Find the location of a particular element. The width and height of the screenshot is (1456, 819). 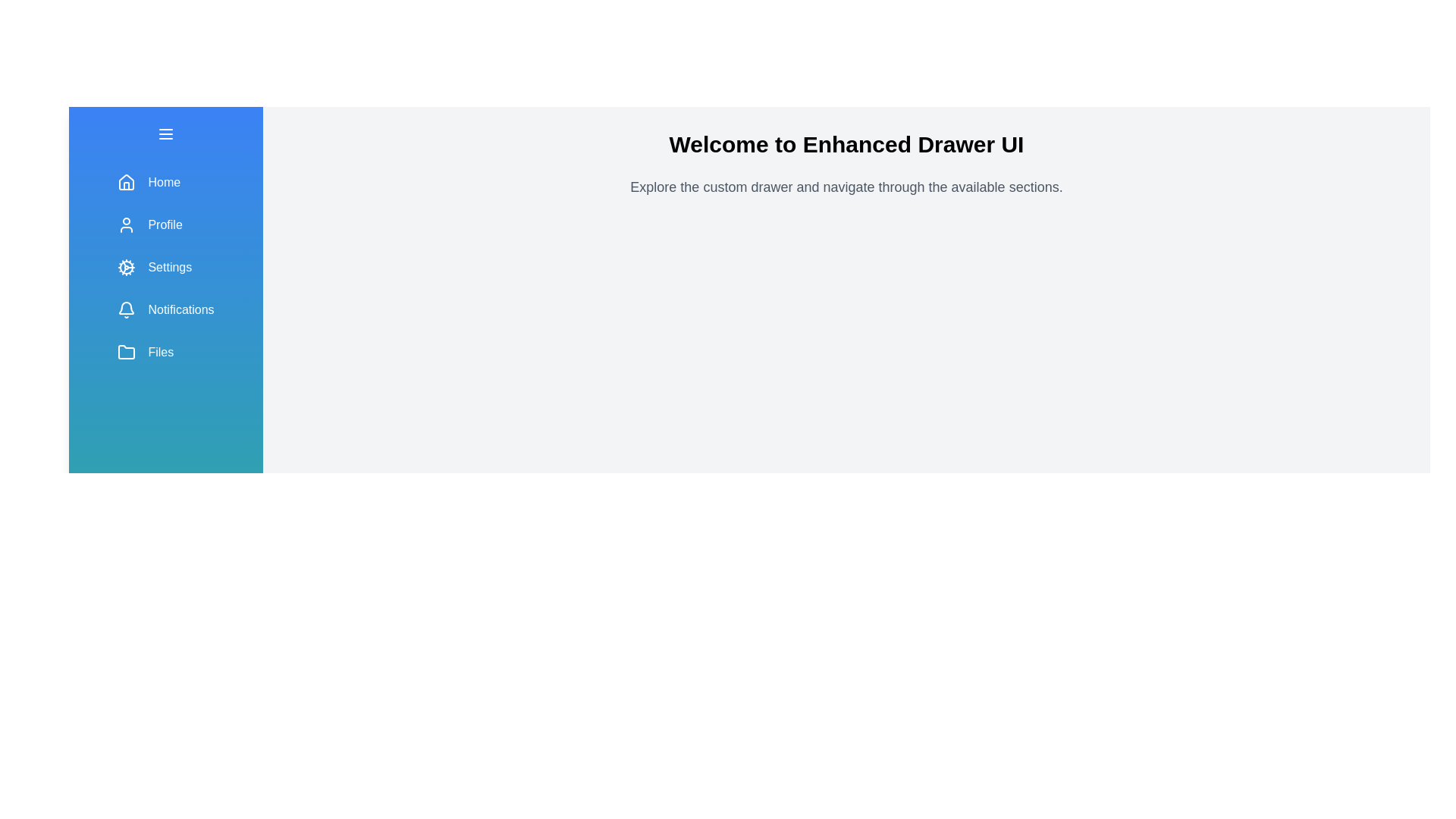

the navigation menu item labeled Profile is located at coordinates (166, 225).